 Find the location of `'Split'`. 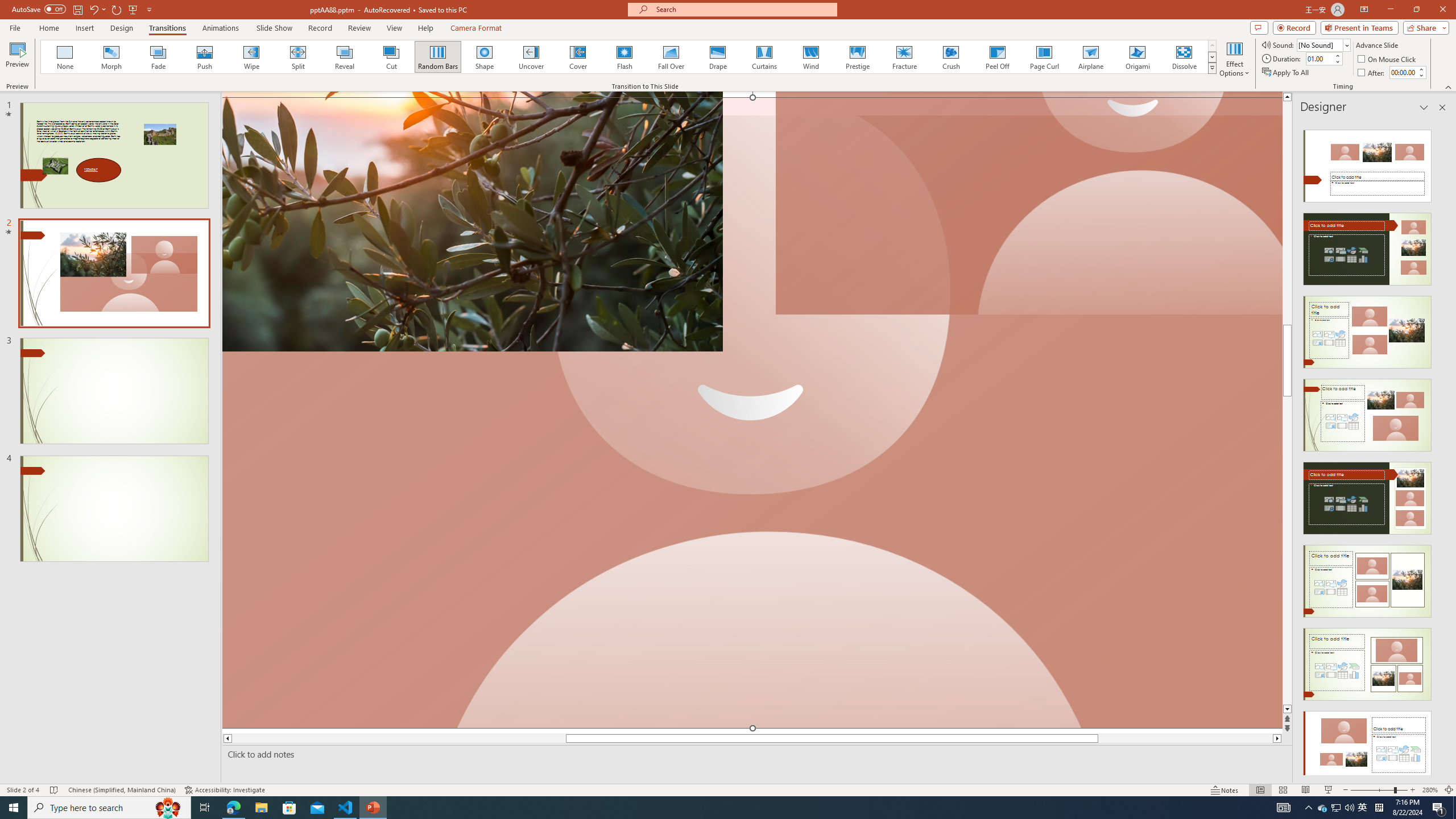

'Split' is located at coordinates (297, 56).